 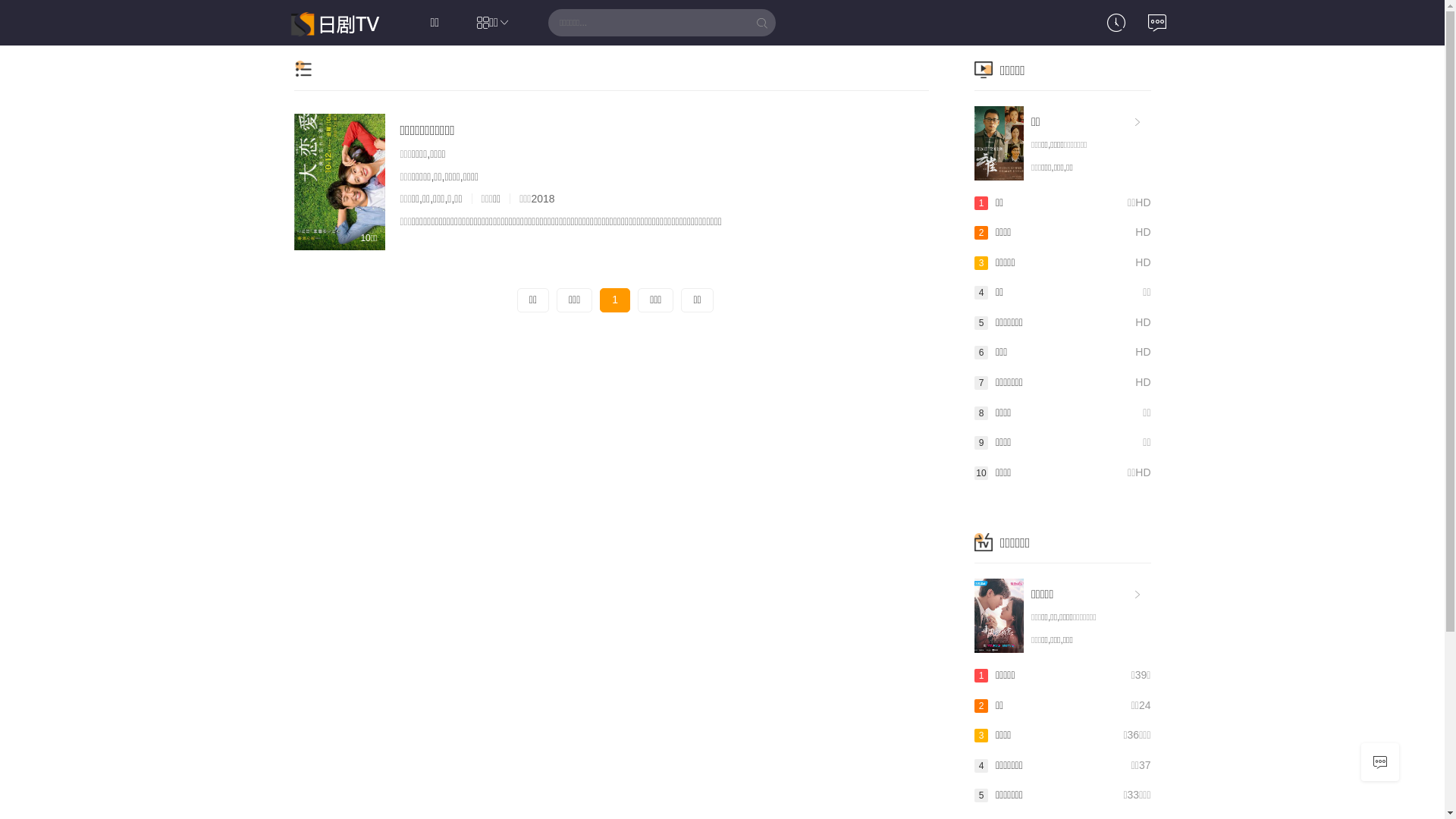 I want to click on '1', so click(x=599, y=300).